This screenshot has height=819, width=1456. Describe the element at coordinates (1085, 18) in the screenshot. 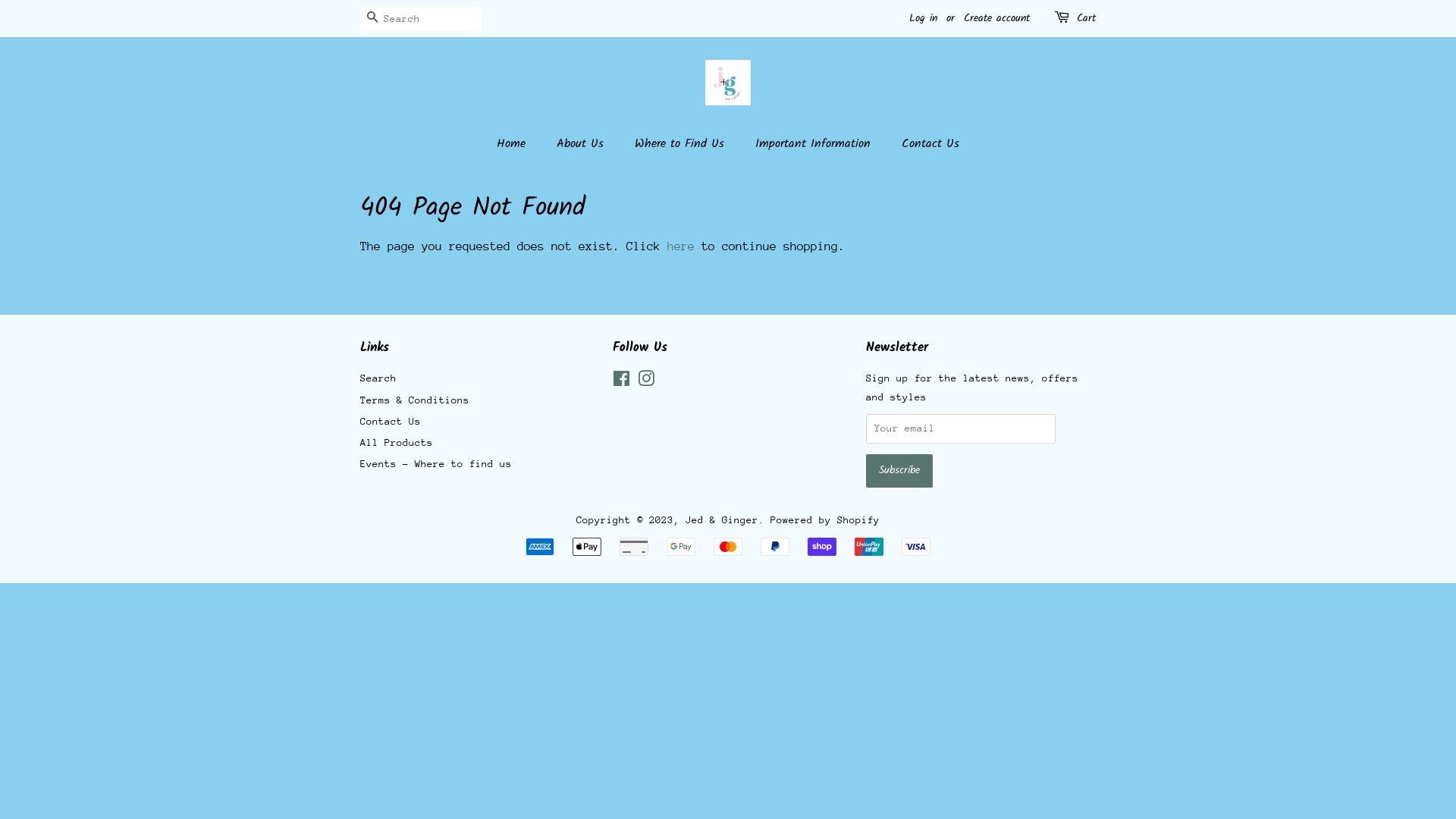

I see `'Cart'` at that location.